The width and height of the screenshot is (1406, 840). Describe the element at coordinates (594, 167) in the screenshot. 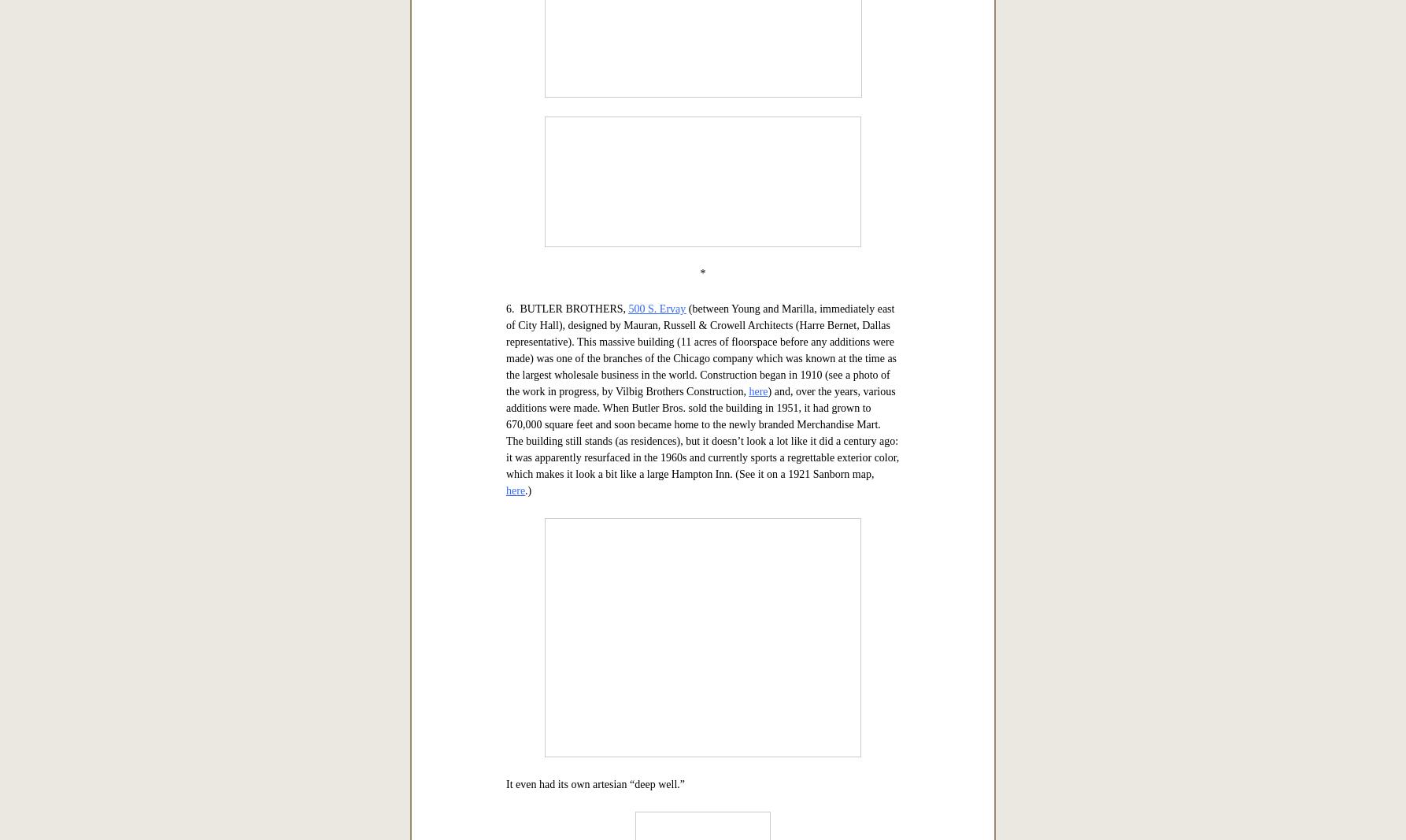

I see `'5.  S. G. DAVIS HAT CO. BUILDING,'` at that location.